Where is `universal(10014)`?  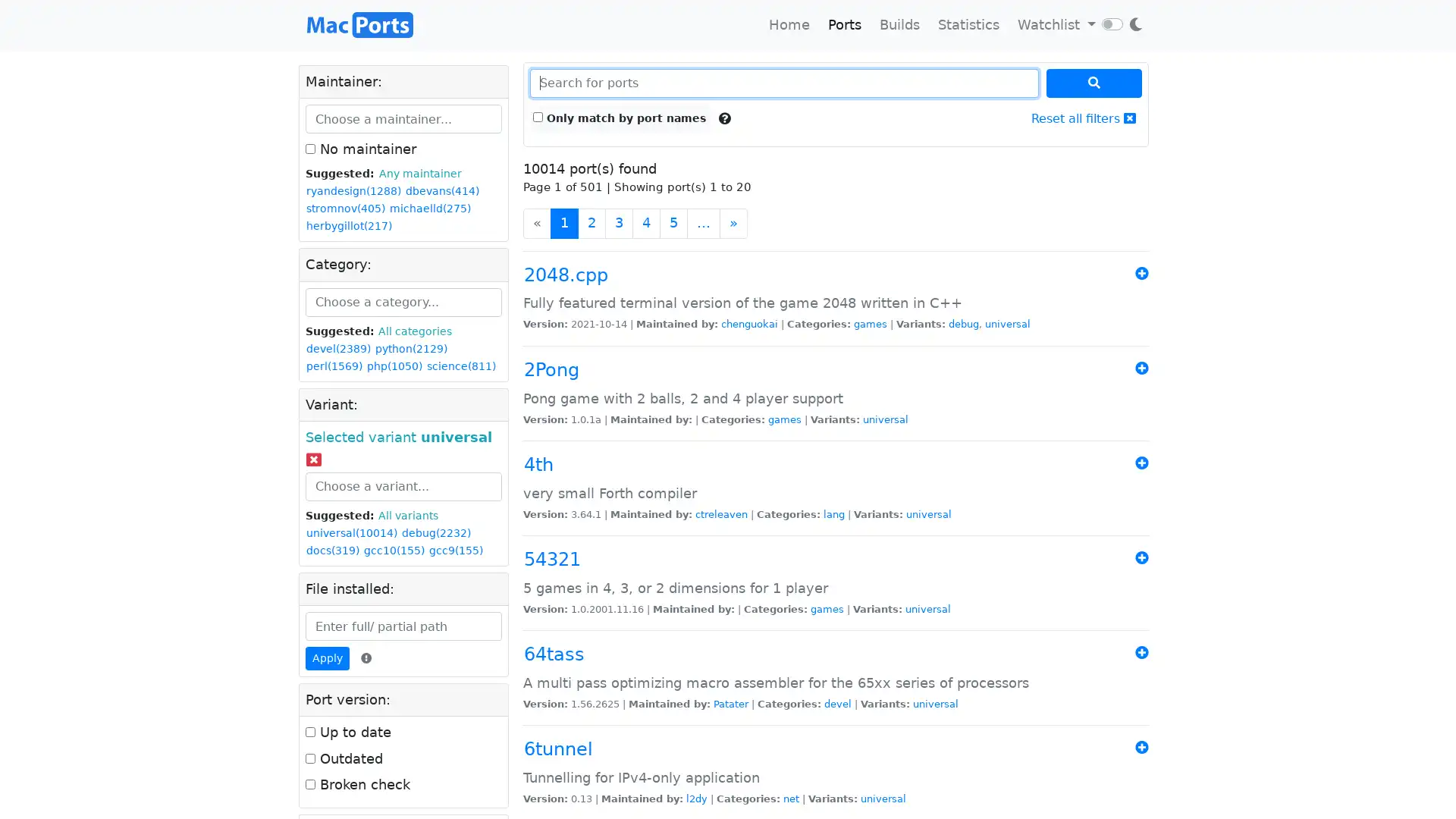 universal(10014) is located at coordinates (351, 532).